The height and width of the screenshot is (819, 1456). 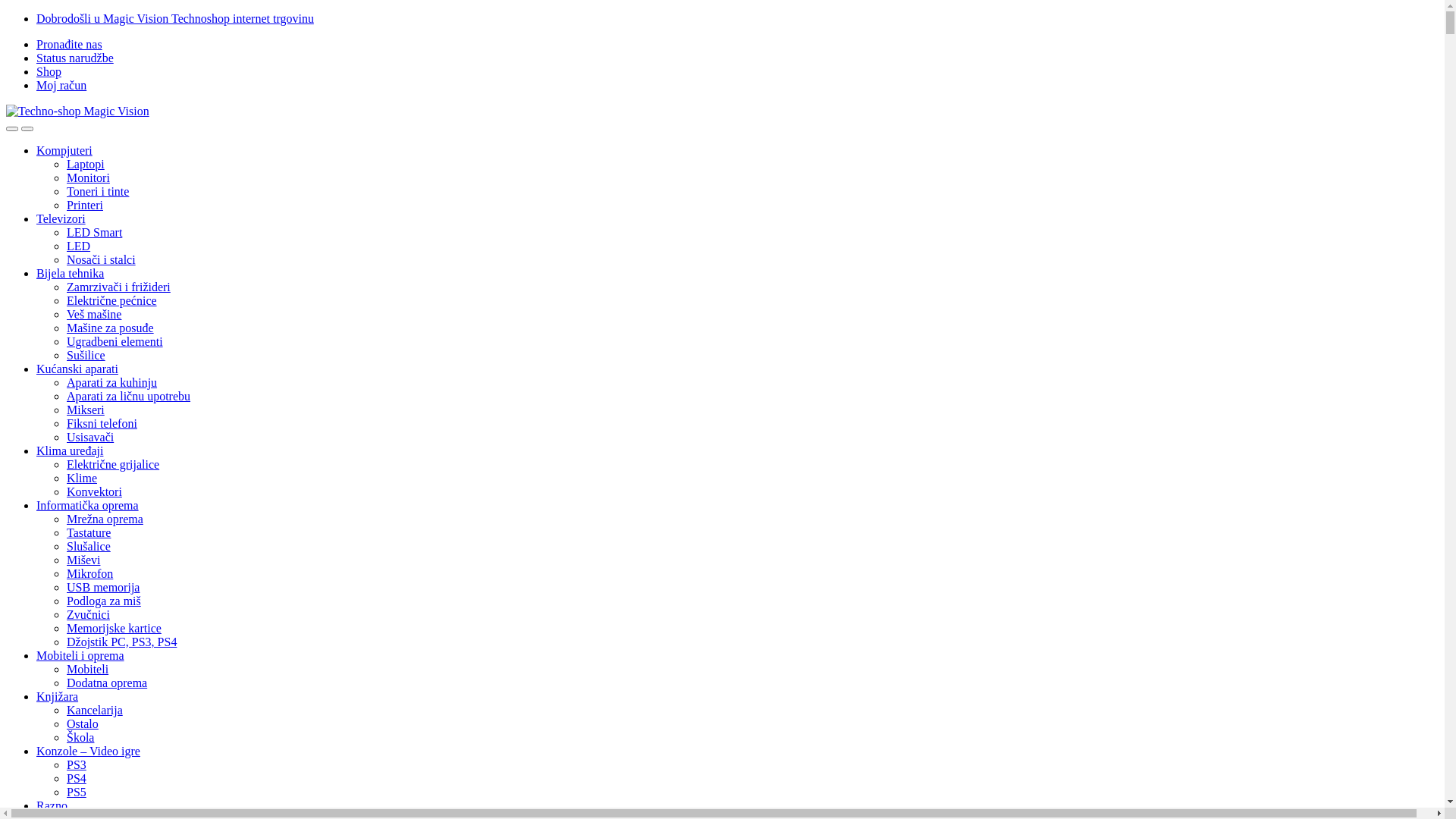 I want to click on 'Ostalo', so click(x=82, y=723).